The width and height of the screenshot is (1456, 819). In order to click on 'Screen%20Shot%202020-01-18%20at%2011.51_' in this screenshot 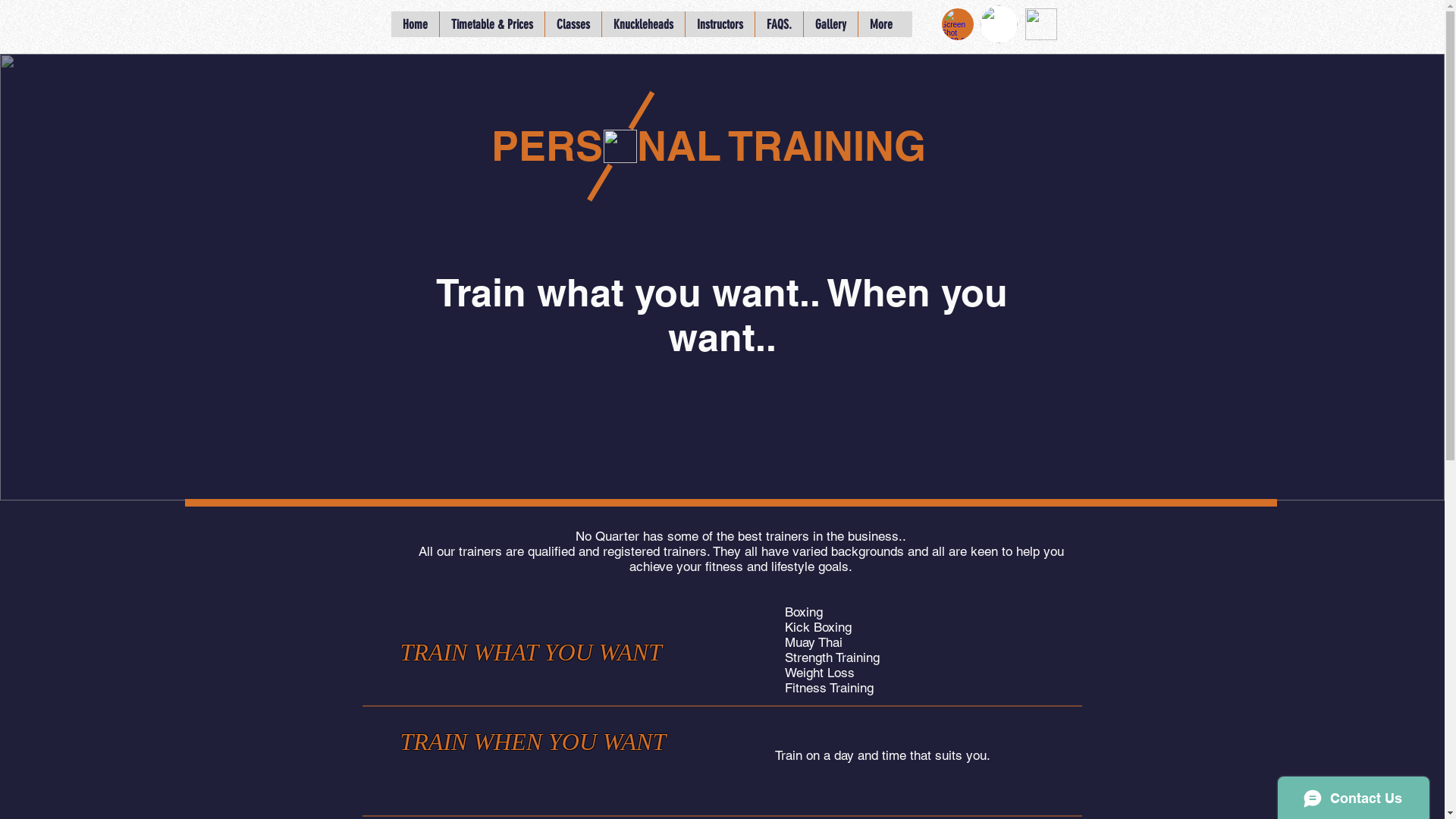, I will do `click(979, 24)`.